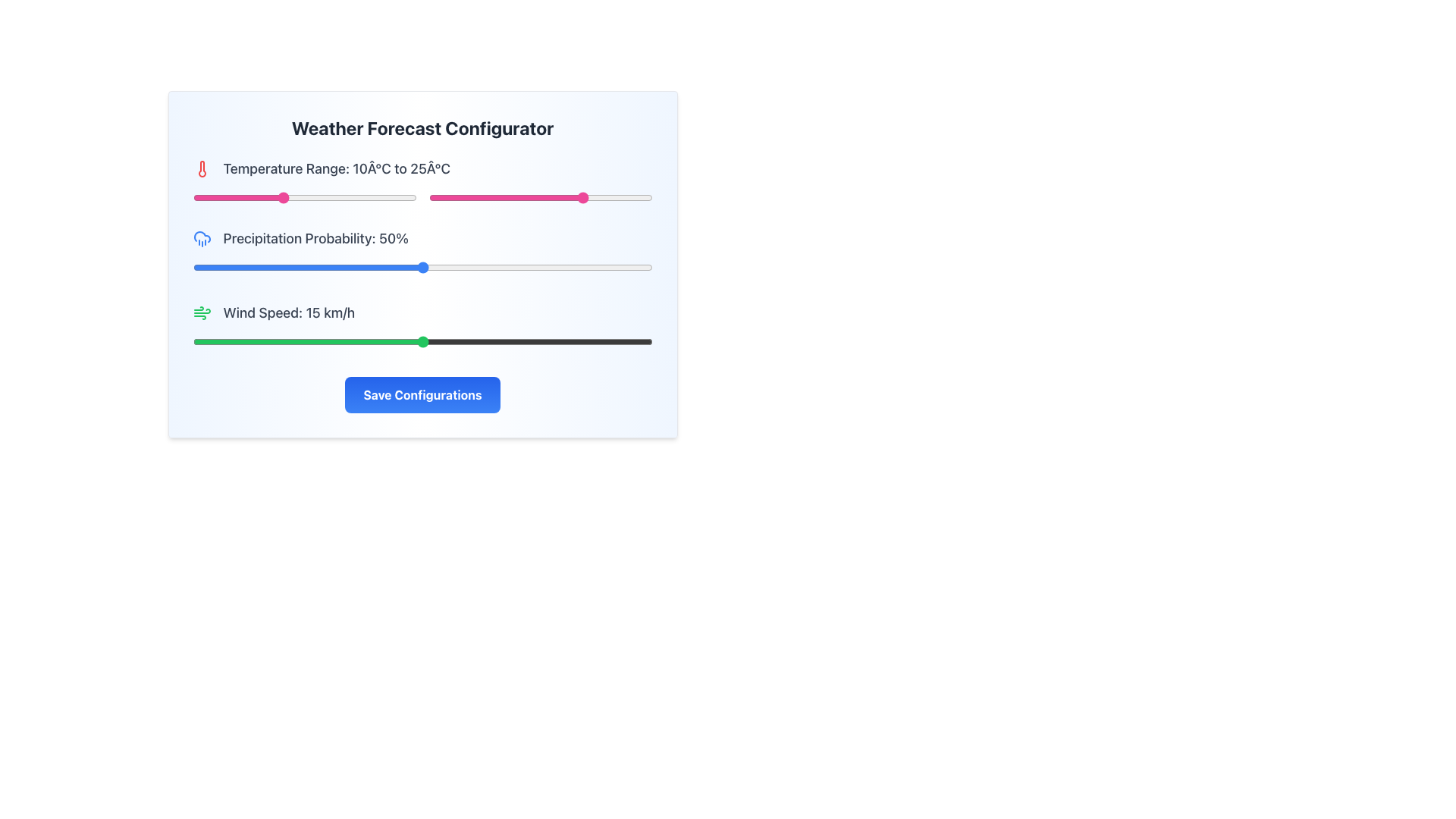 The image size is (1456, 819). What do you see at coordinates (238, 342) in the screenshot?
I see `wind speed` at bounding box center [238, 342].